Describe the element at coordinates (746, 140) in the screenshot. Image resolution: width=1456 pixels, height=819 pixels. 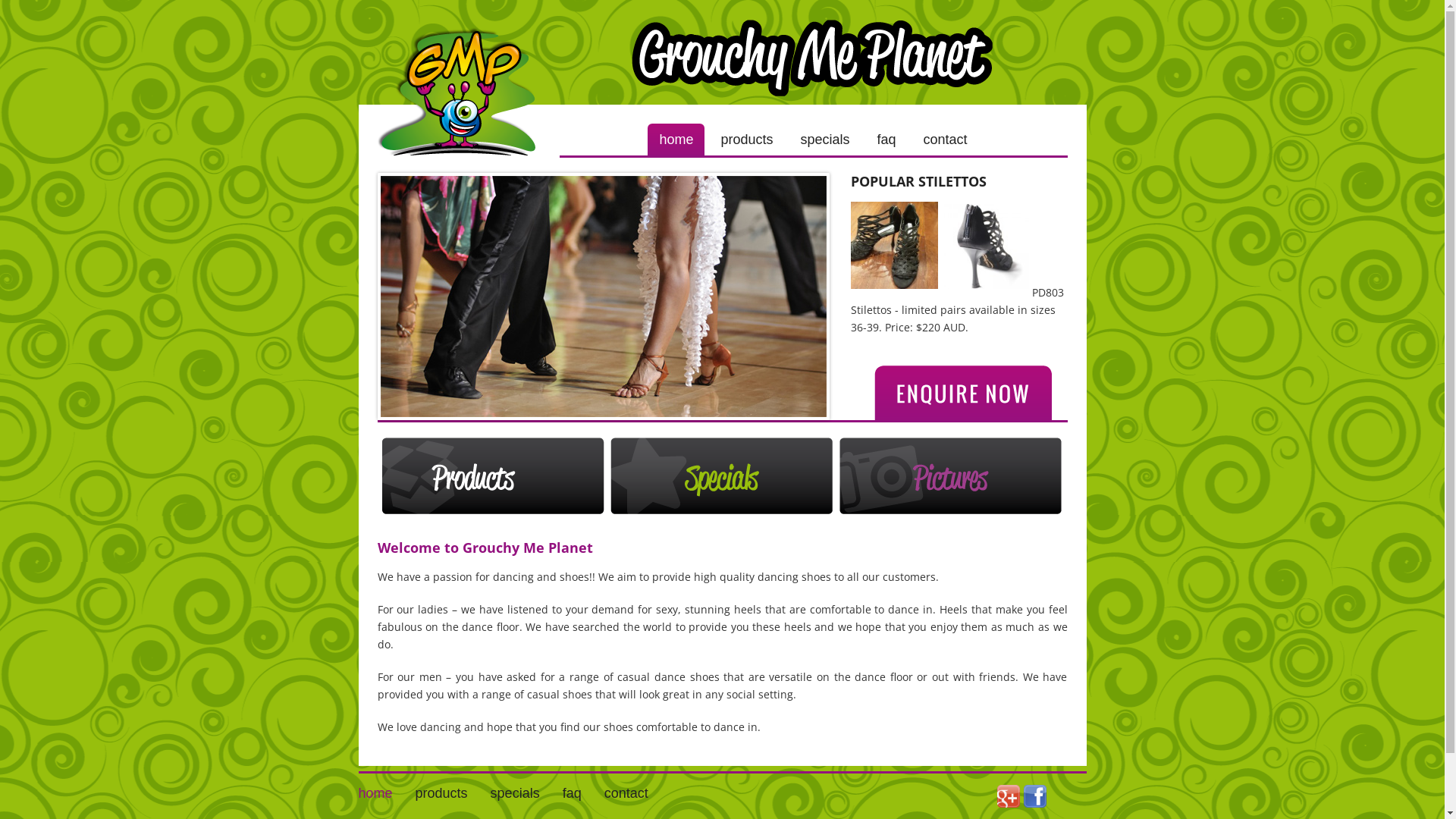
I see `'products'` at that location.